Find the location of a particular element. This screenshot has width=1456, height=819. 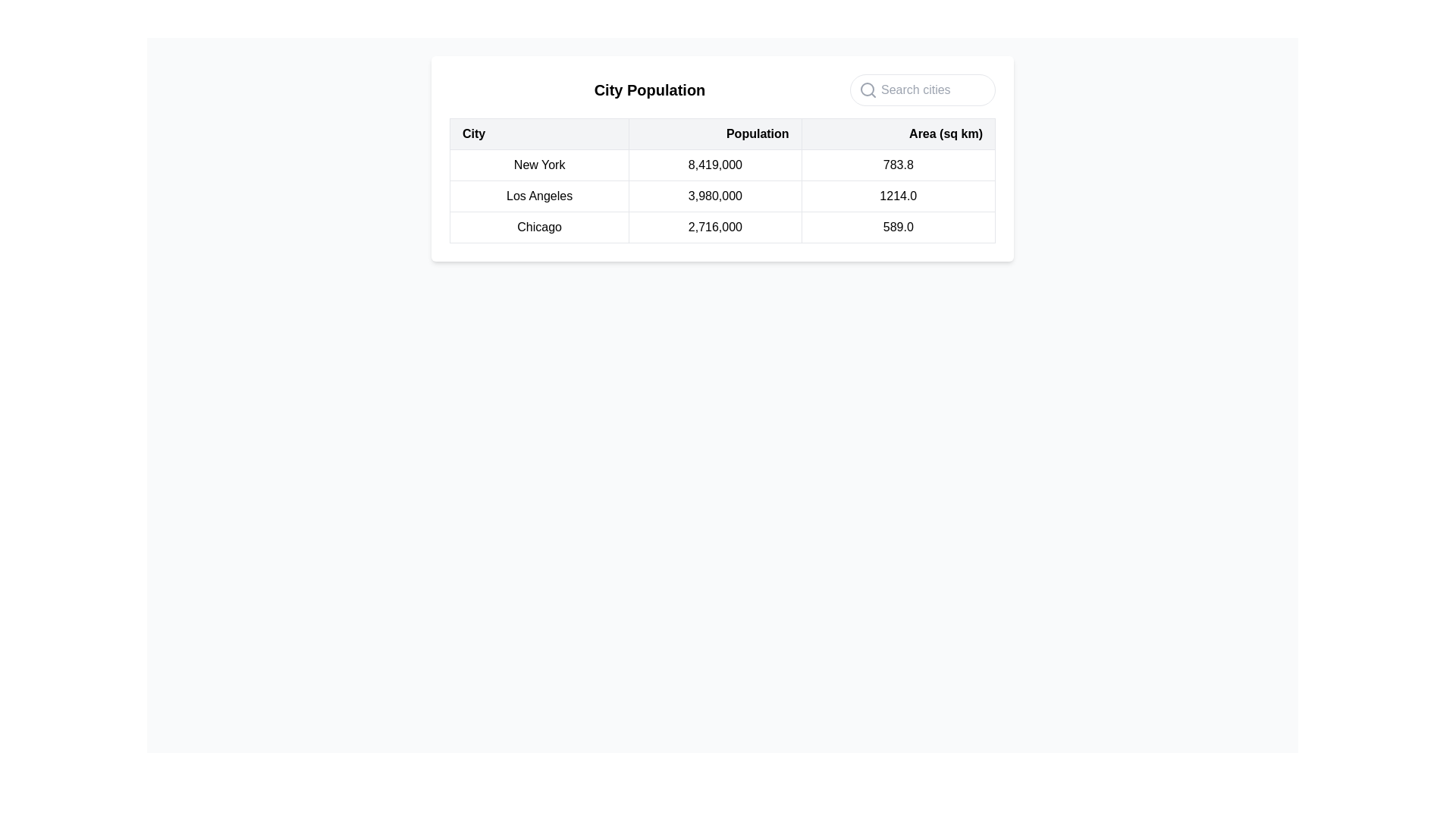

the second row of the data table, which contains the entries 'Los Angeles', '3,980,000', and '1214.0' is located at coordinates (722, 195).